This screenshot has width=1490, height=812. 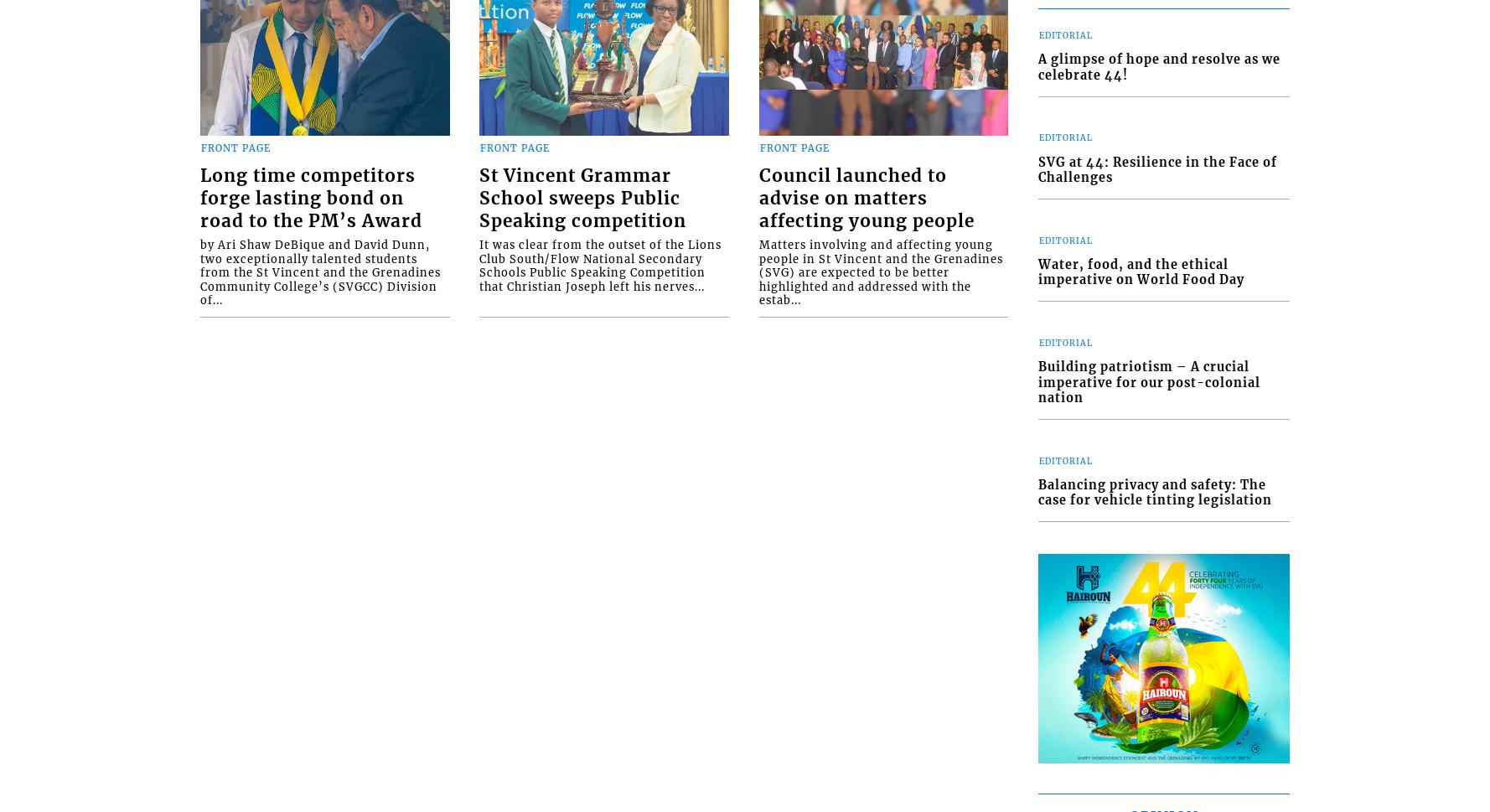 I want to click on 'A glimpse of hope and resolve as we celebrate 44!', so click(x=1158, y=66).